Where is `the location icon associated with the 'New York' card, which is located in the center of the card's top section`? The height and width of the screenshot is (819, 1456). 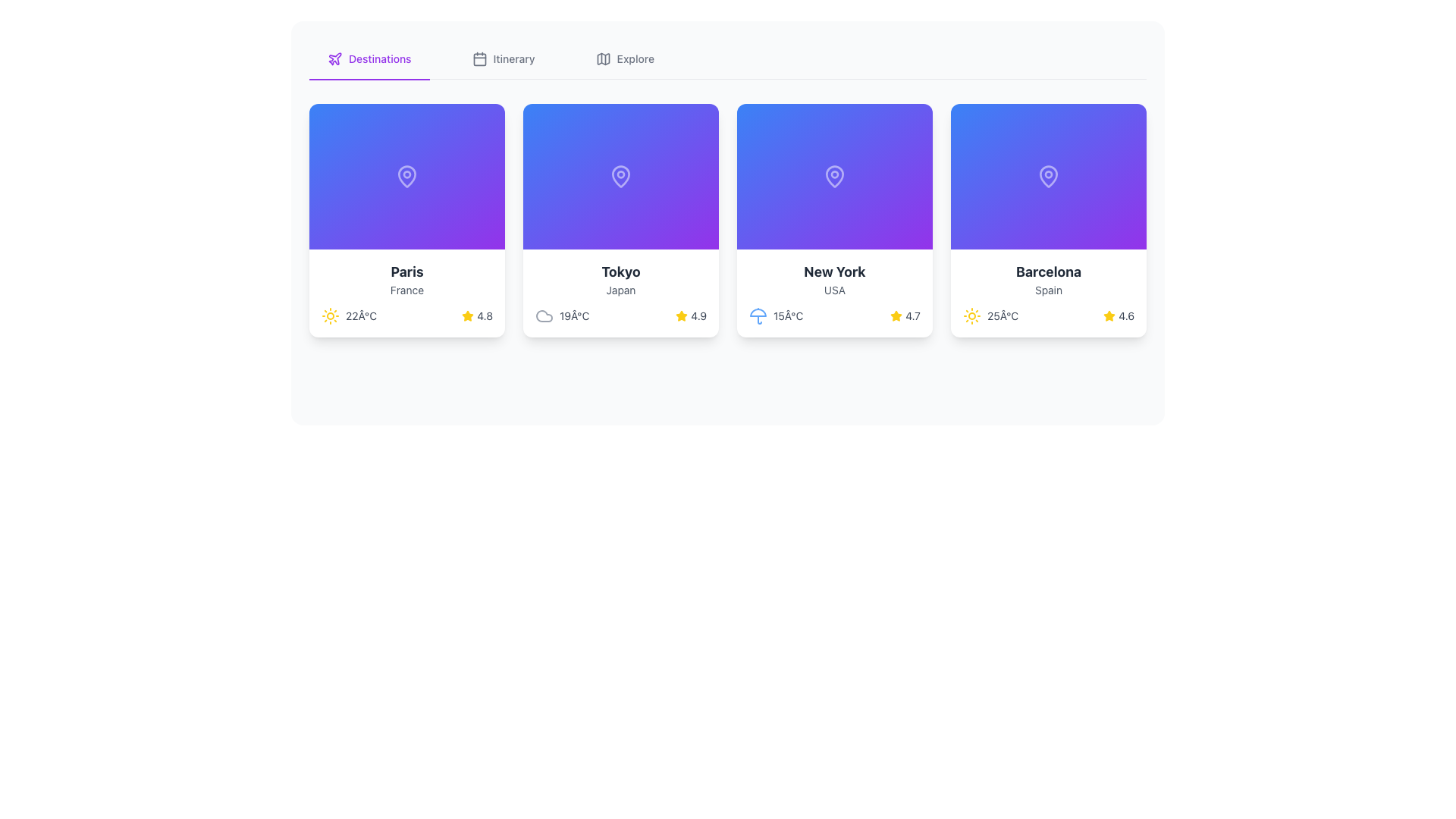 the location icon associated with the 'New York' card, which is located in the center of the card's top section is located at coordinates (833, 175).